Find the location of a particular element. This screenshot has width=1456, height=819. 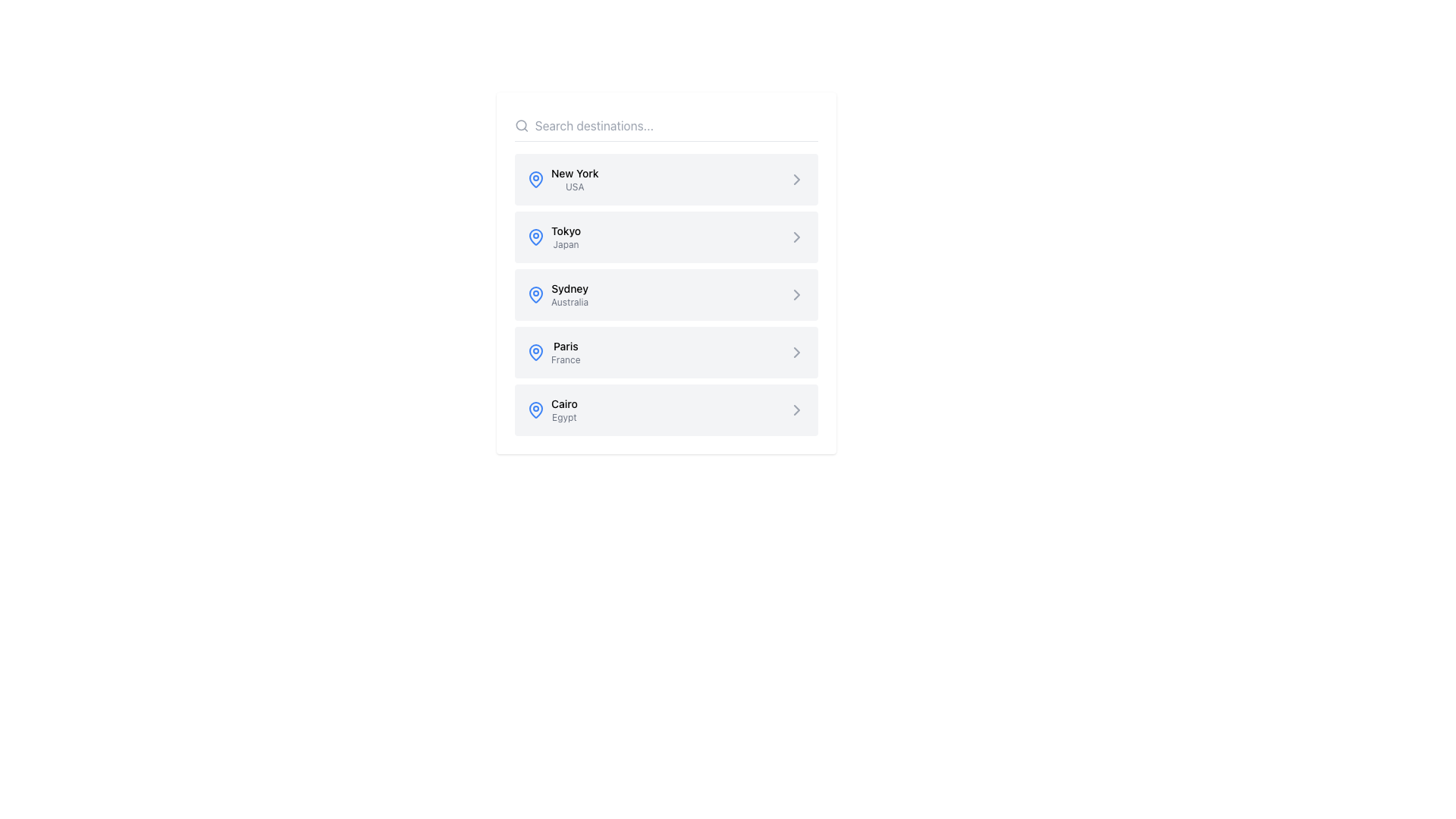

the search icon located at the top-left of the search input field, which visually indicates the search functionality is located at coordinates (522, 124).